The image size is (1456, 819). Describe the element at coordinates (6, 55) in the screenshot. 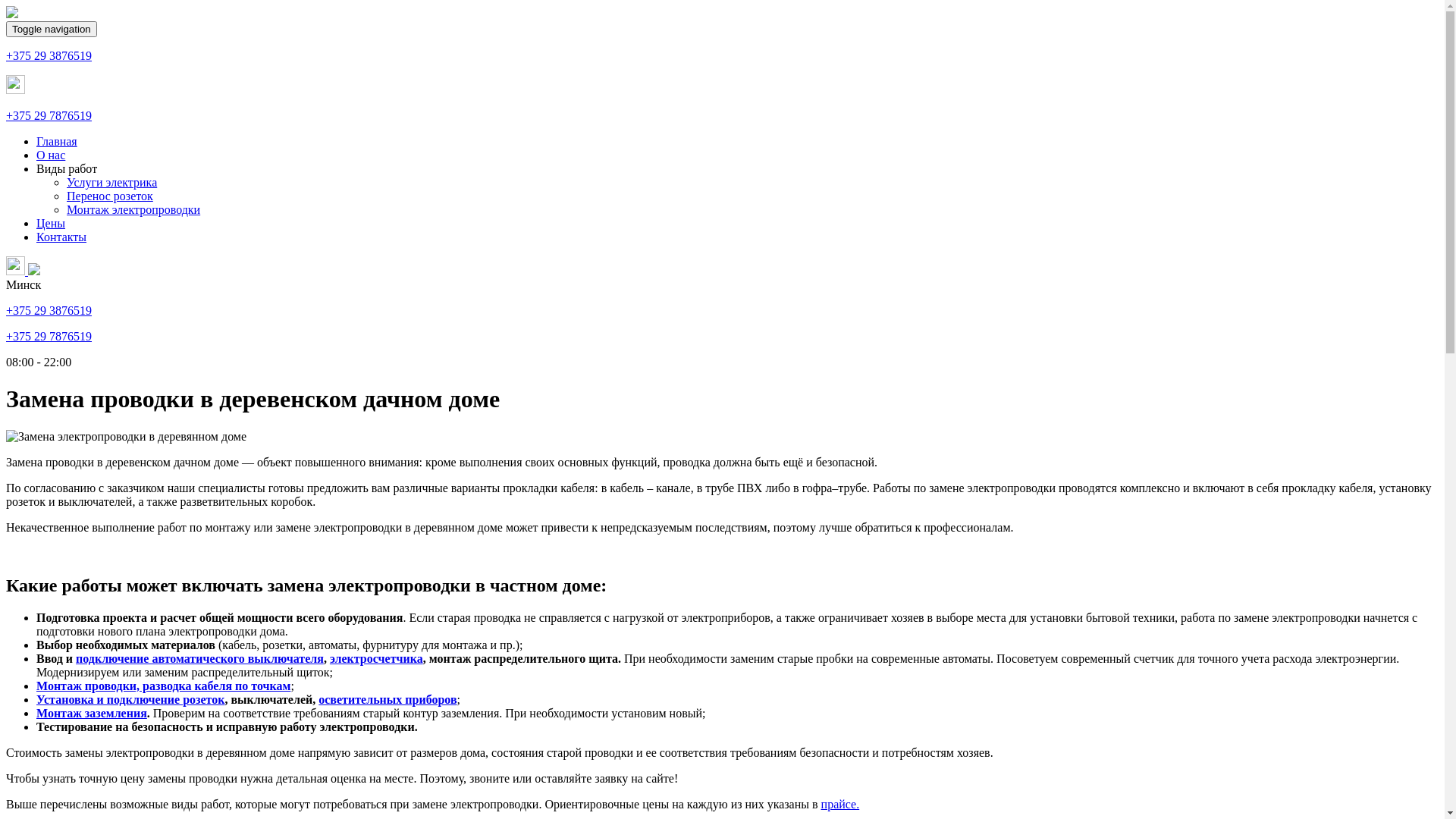

I see `'+375 29 3876519'` at that location.